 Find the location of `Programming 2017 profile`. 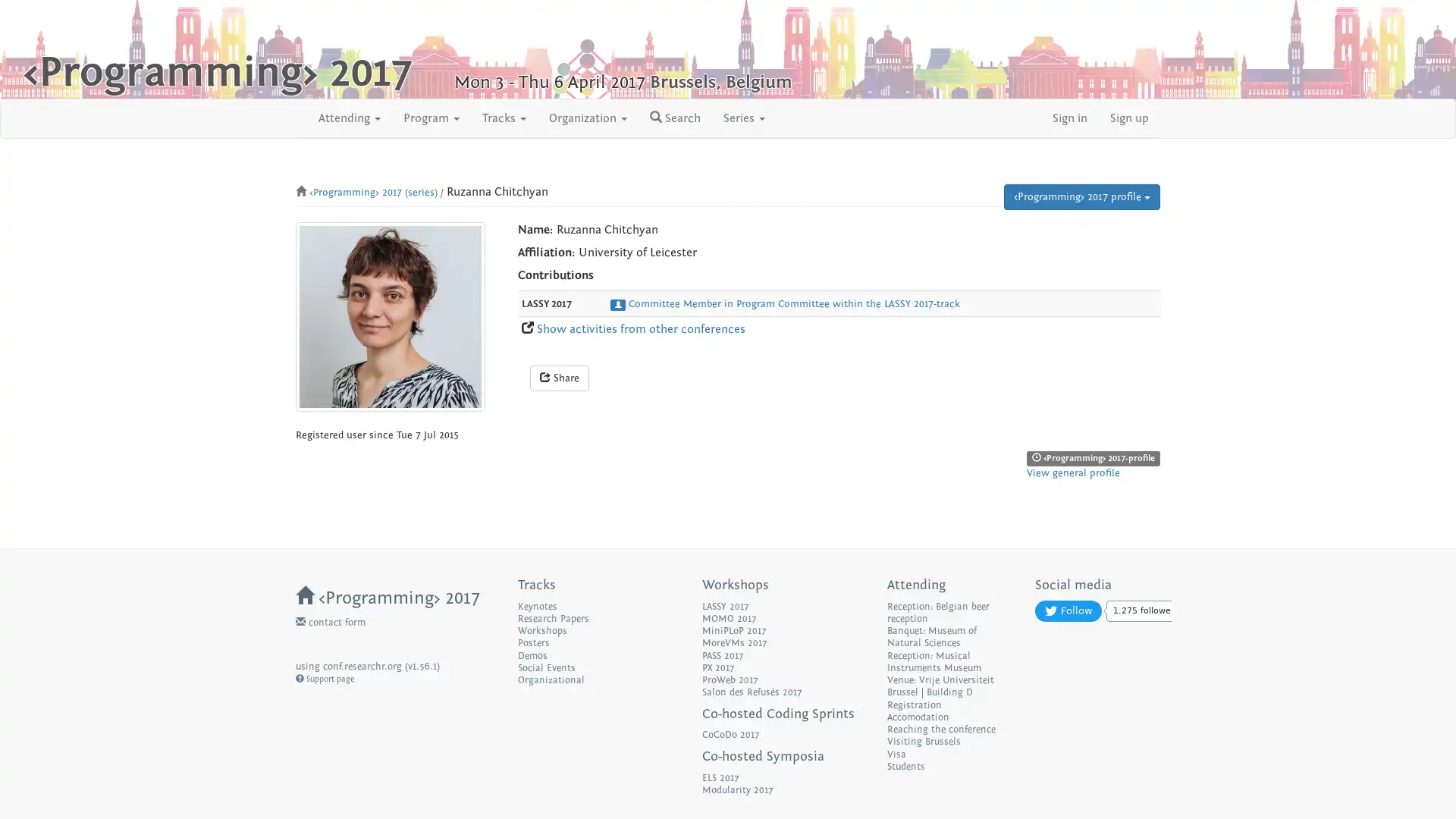

Programming 2017 profile is located at coordinates (1081, 196).